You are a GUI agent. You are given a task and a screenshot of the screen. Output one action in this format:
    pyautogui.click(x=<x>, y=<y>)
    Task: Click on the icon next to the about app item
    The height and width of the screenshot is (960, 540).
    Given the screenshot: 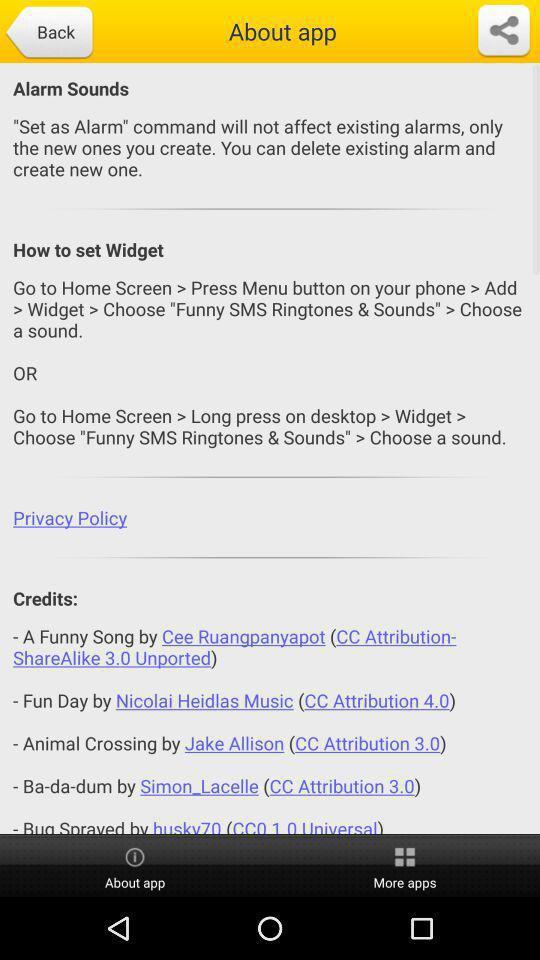 What is the action you would take?
    pyautogui.click(x=502, y=30)
    